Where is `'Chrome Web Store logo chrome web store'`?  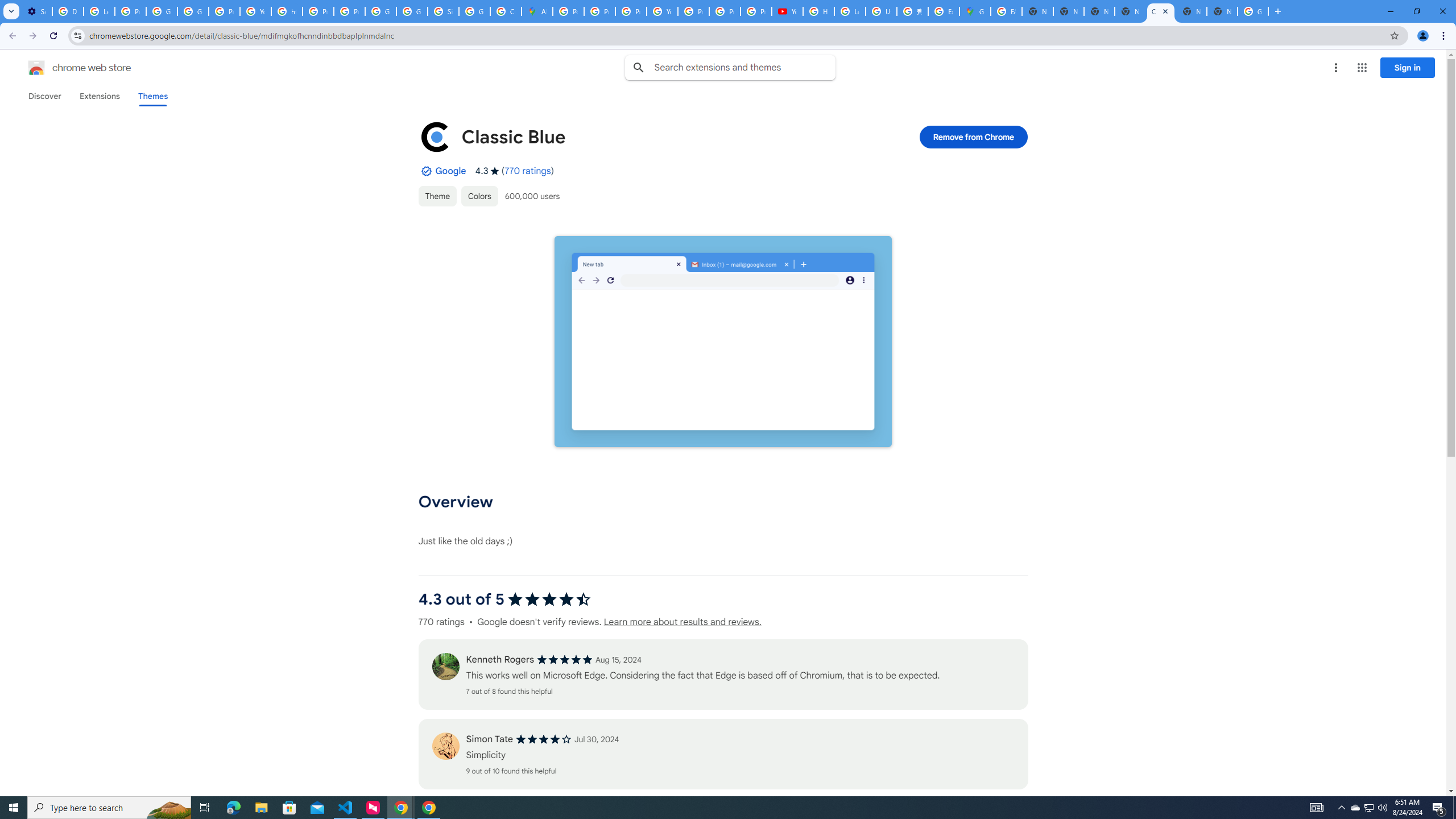 'Chrome Web Store logo chrome web store' is located at coordinates (67, 67).